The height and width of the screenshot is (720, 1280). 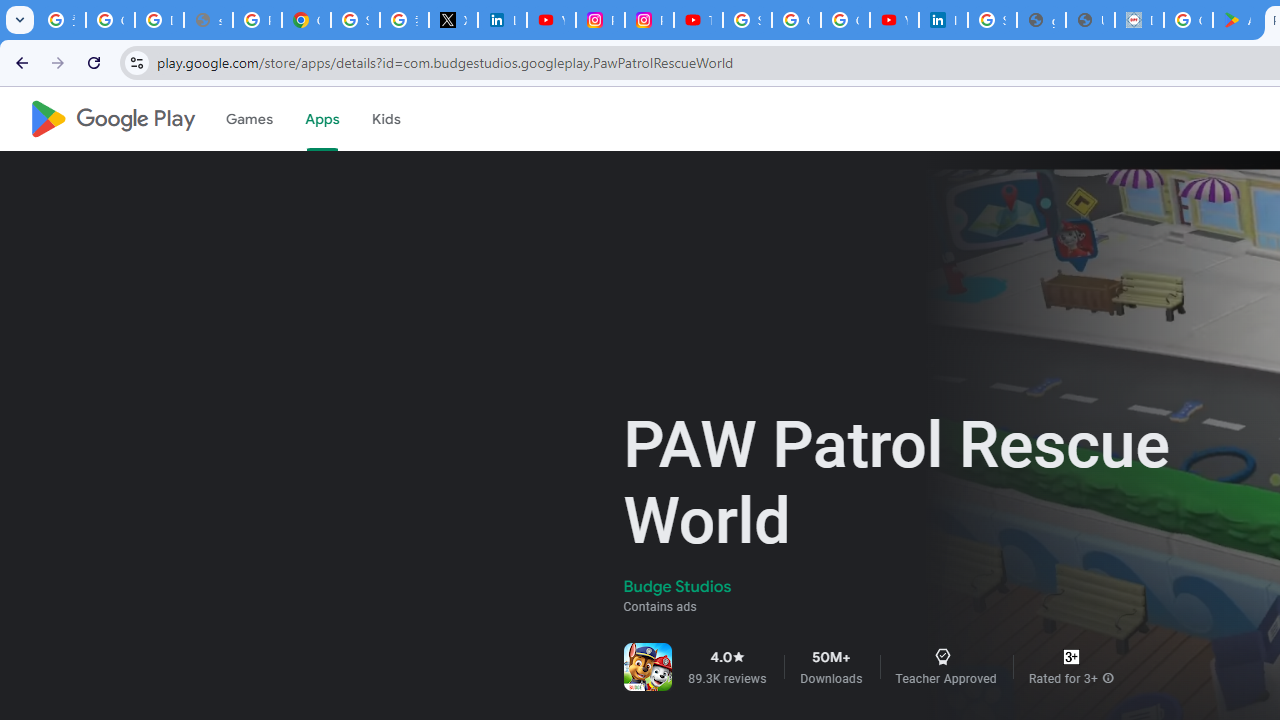 I want to click on 'Budge Studios', so click(x=677, y=585).